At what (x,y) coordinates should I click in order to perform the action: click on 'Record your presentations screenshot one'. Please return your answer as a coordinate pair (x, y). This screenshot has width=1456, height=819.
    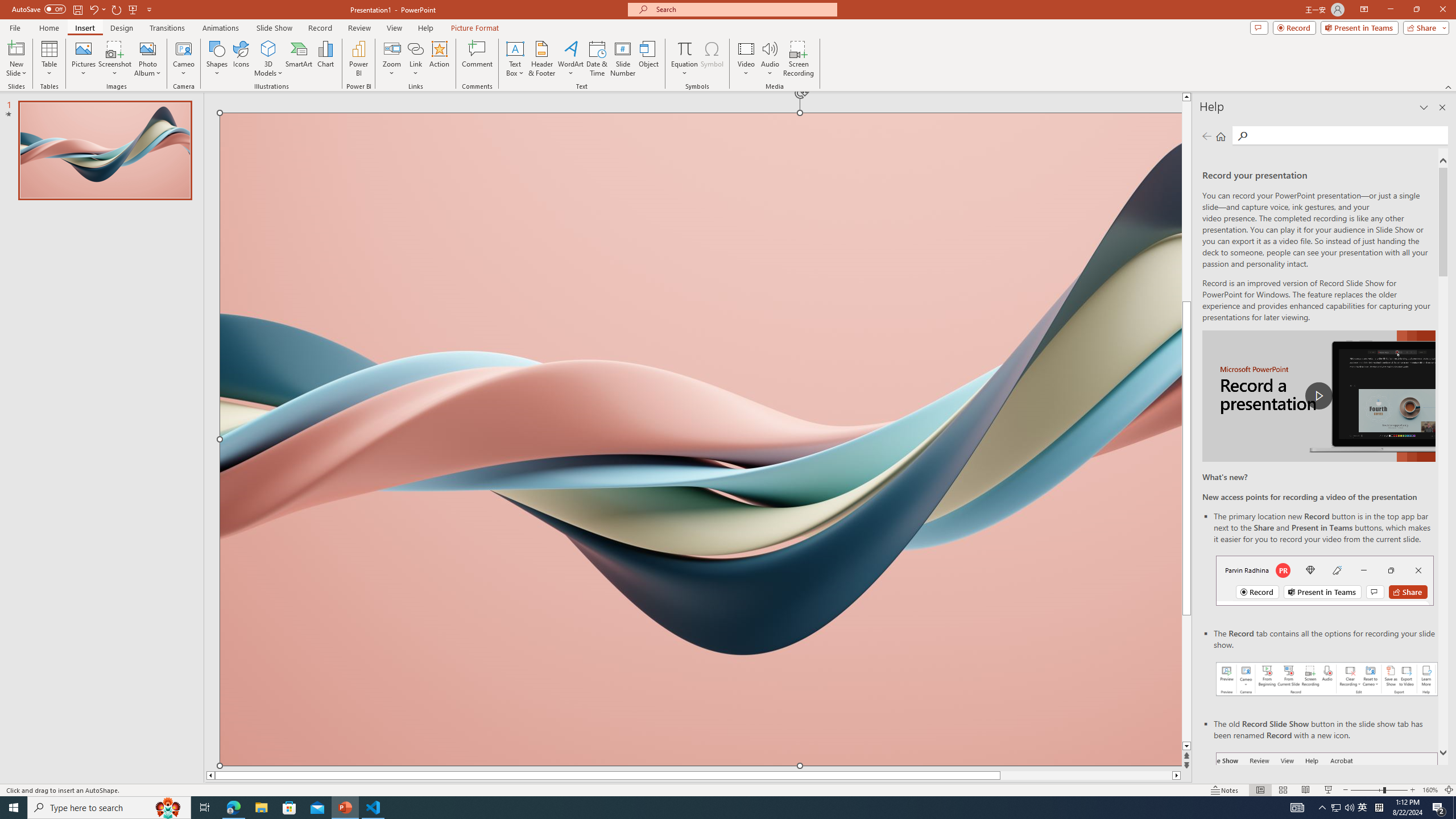
    Looking at the image, I should click on (1326, 678).